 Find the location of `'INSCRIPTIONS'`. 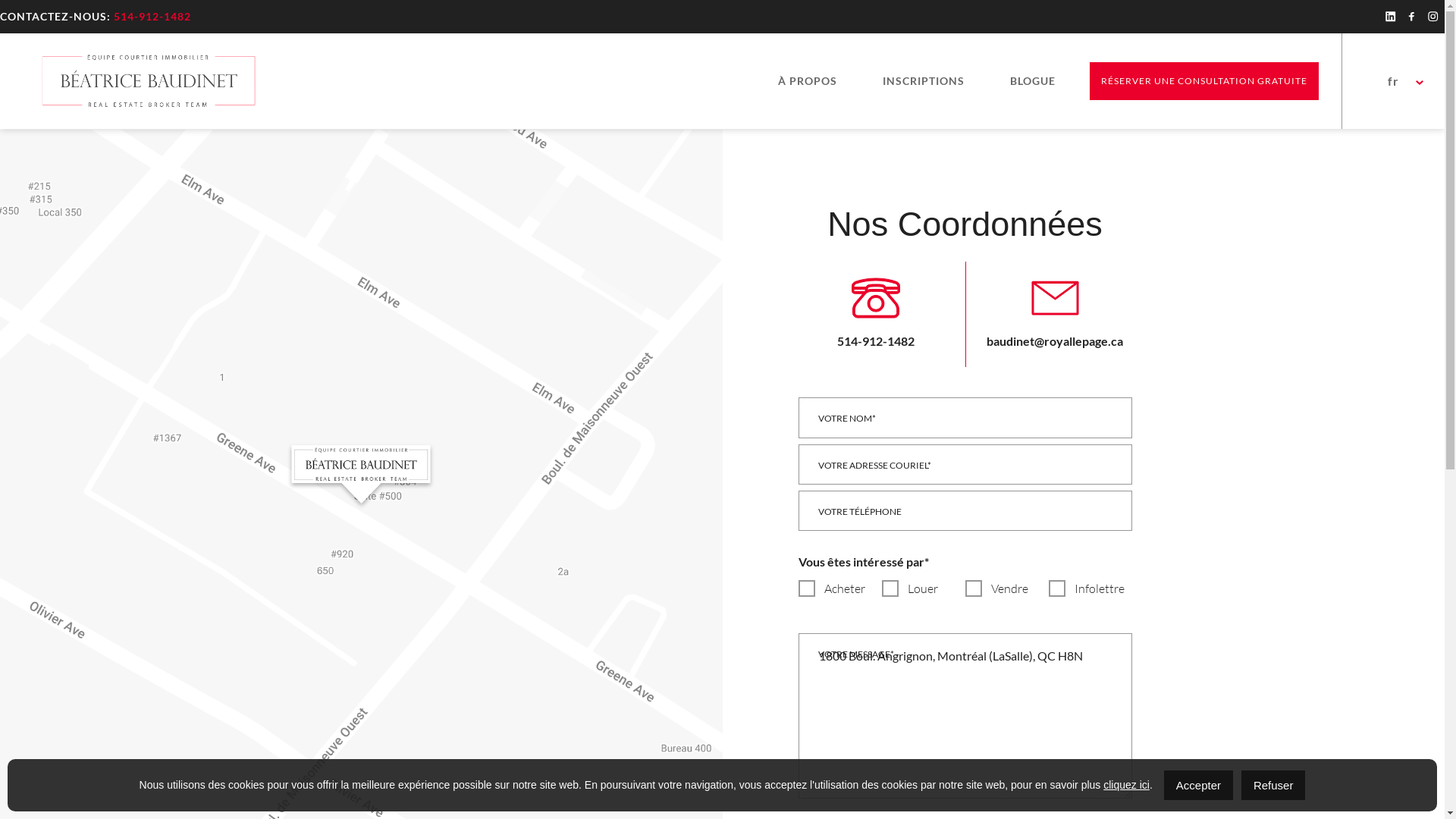

'INSCRIPTIONS' is located at coordinates (871, 81).